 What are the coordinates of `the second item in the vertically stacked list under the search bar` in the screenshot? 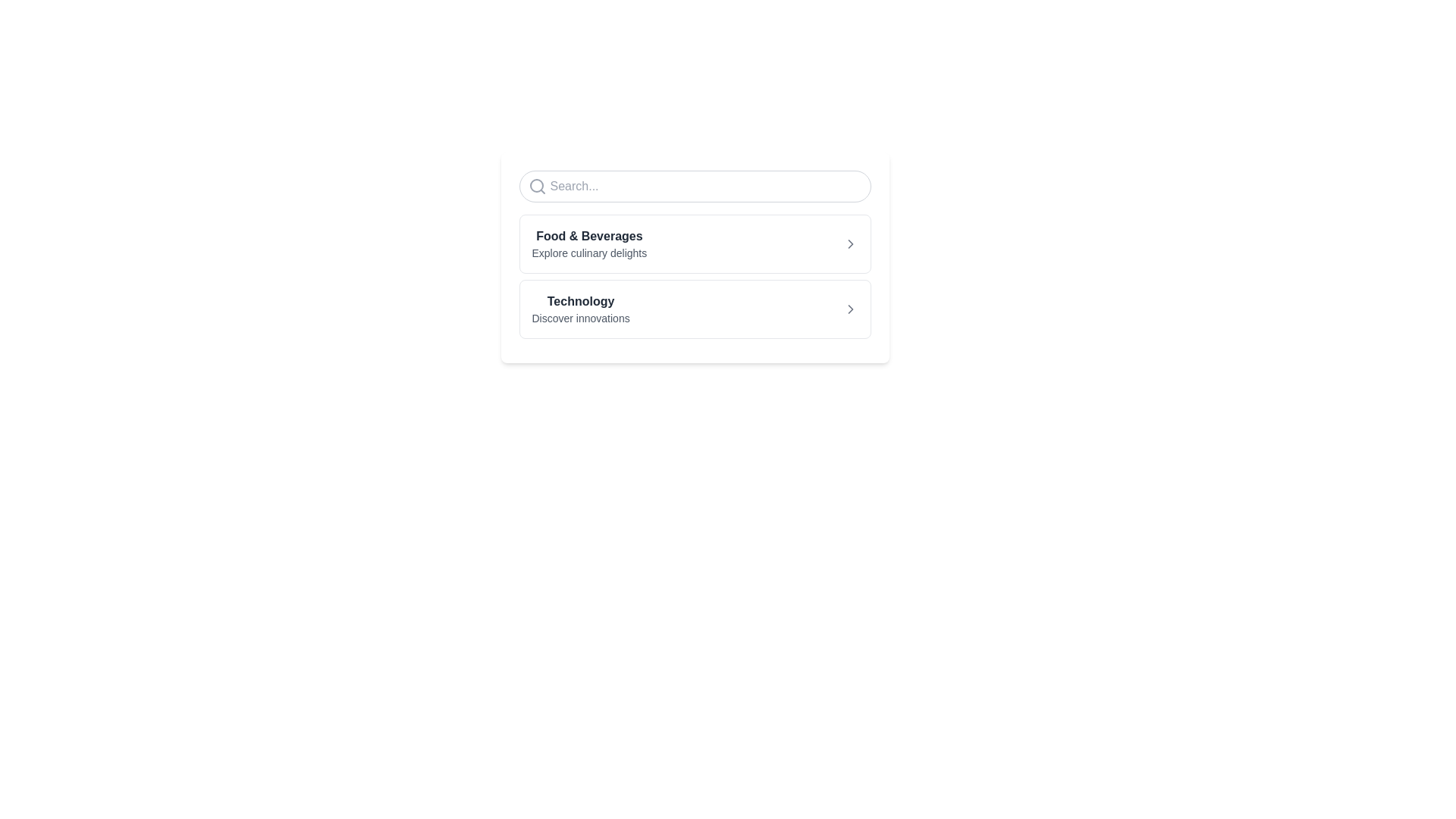 It's located at (694, 309).